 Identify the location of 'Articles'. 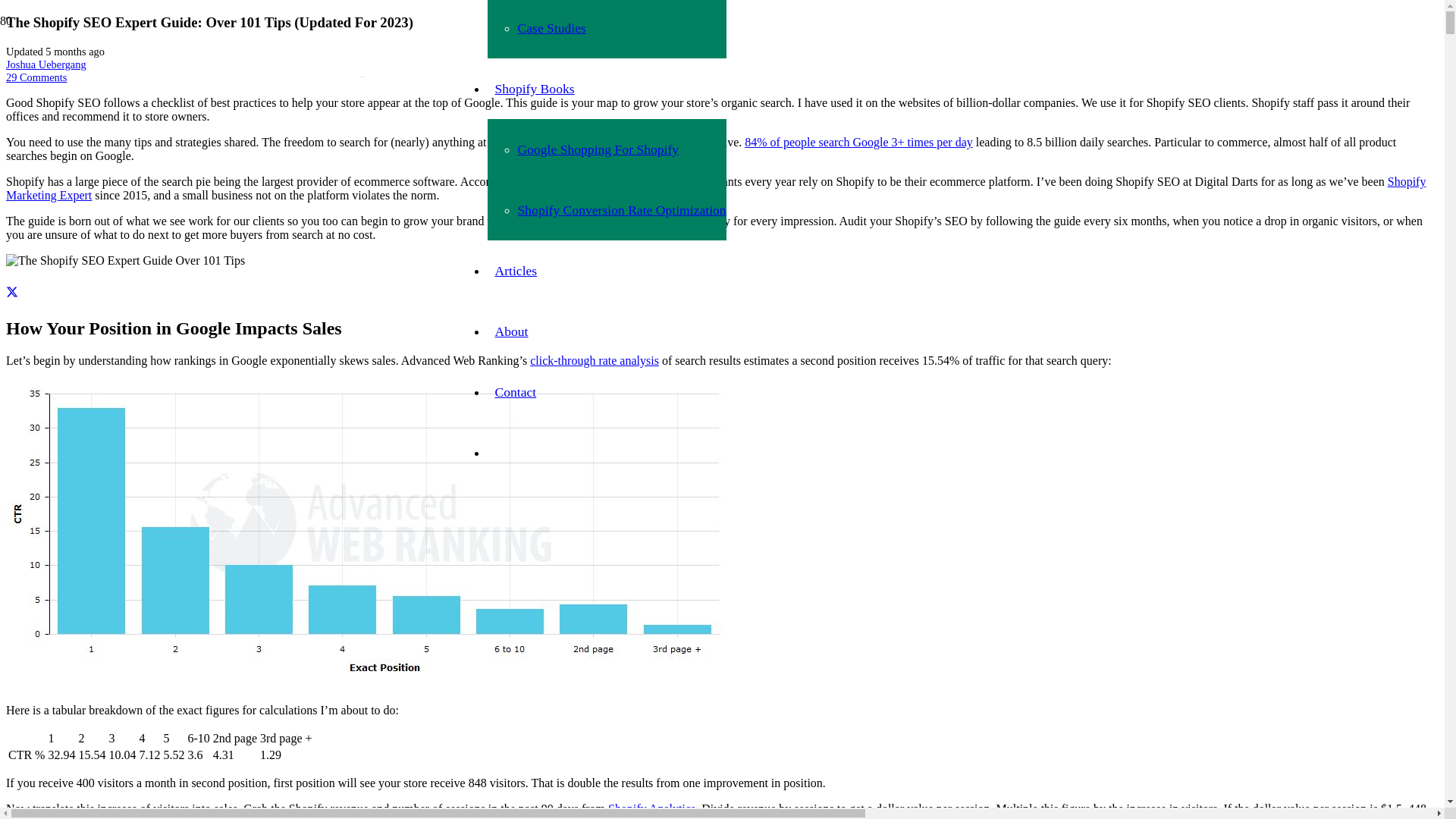
(516, 270).